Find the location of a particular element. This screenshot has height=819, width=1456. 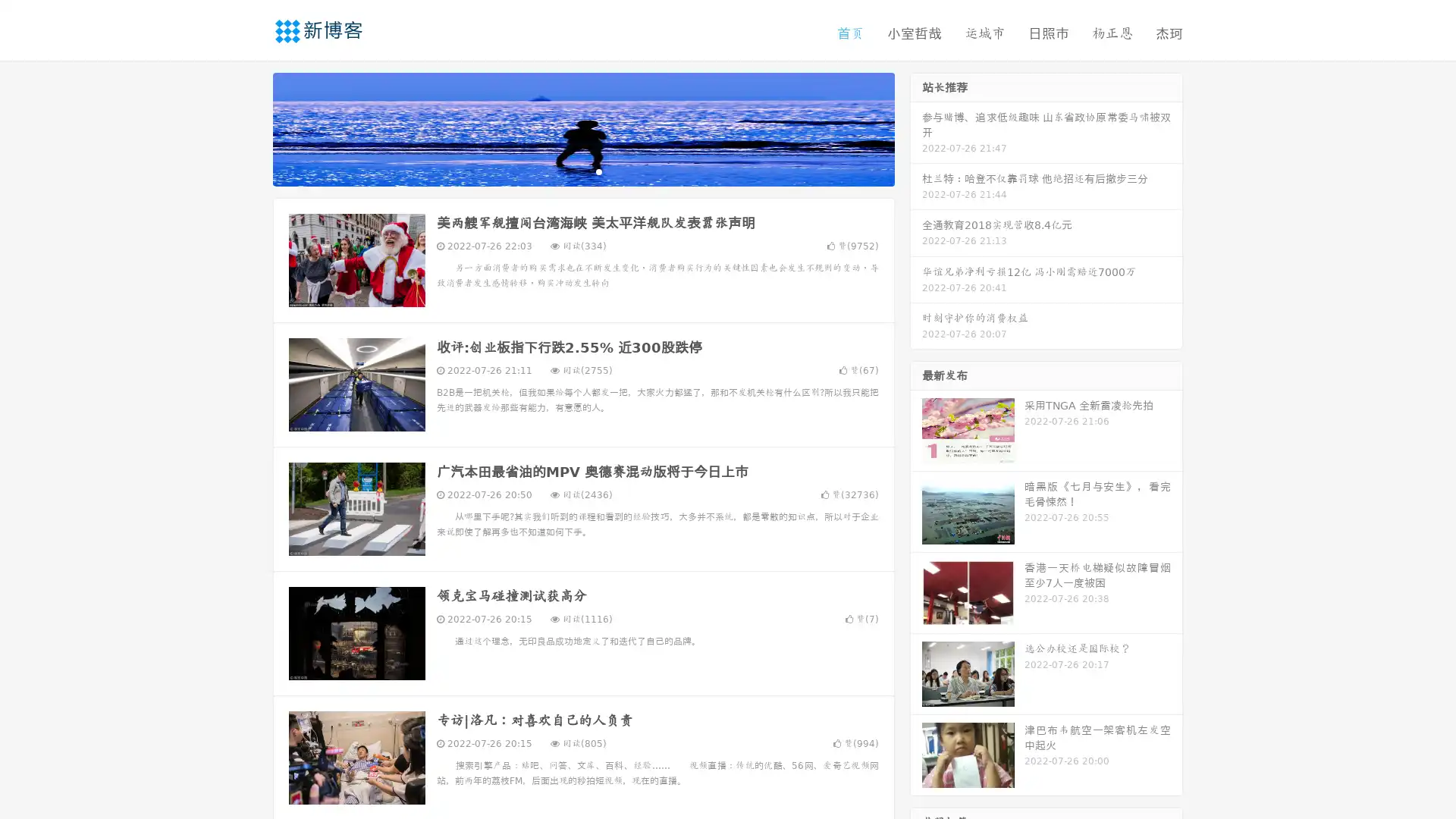

Go to slide 3 is located at coordinates (598, 171).